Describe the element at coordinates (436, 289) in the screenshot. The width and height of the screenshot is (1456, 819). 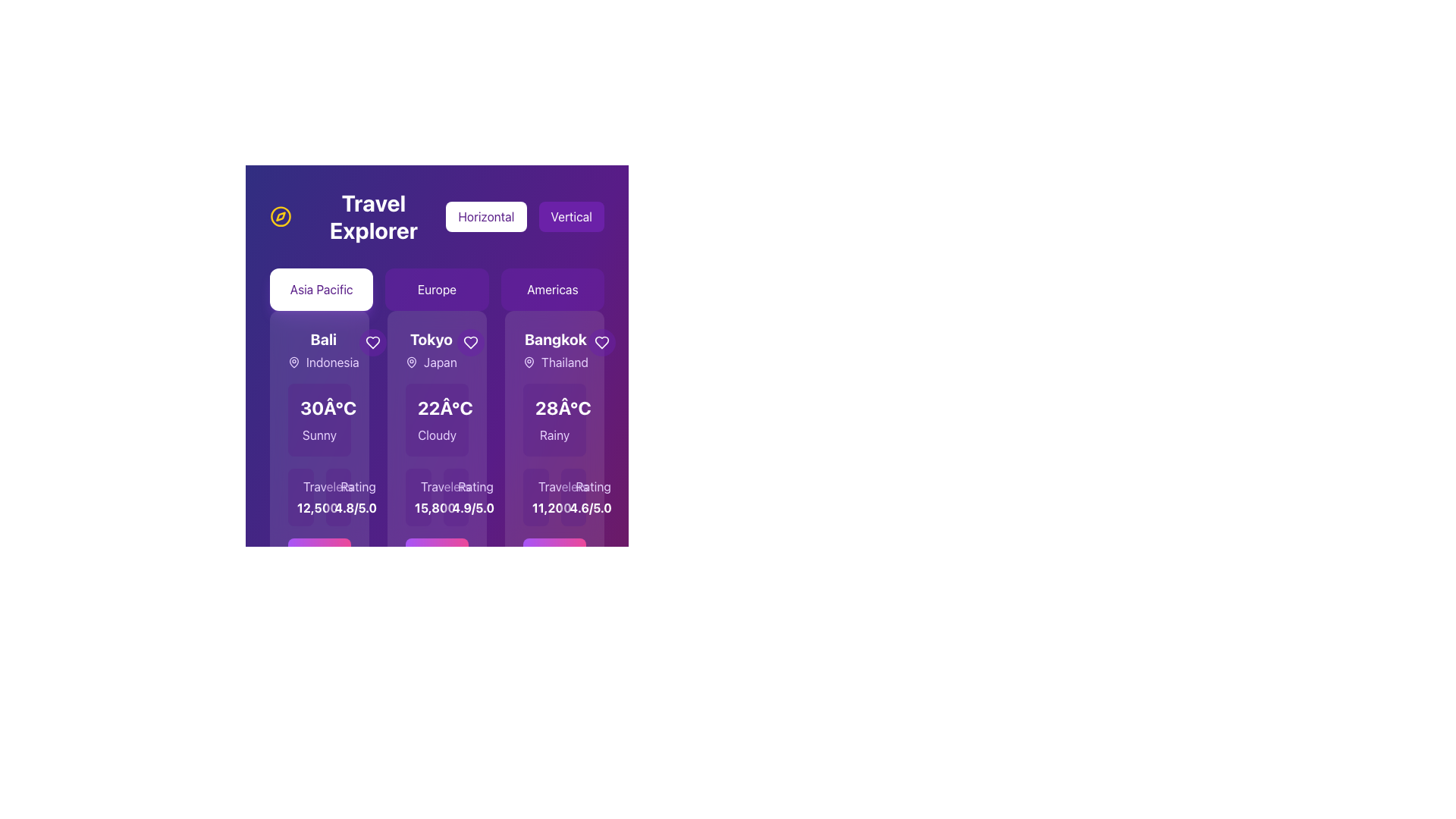
I see `the button labeled 'Europe', which has a purple background and white text` at that location.